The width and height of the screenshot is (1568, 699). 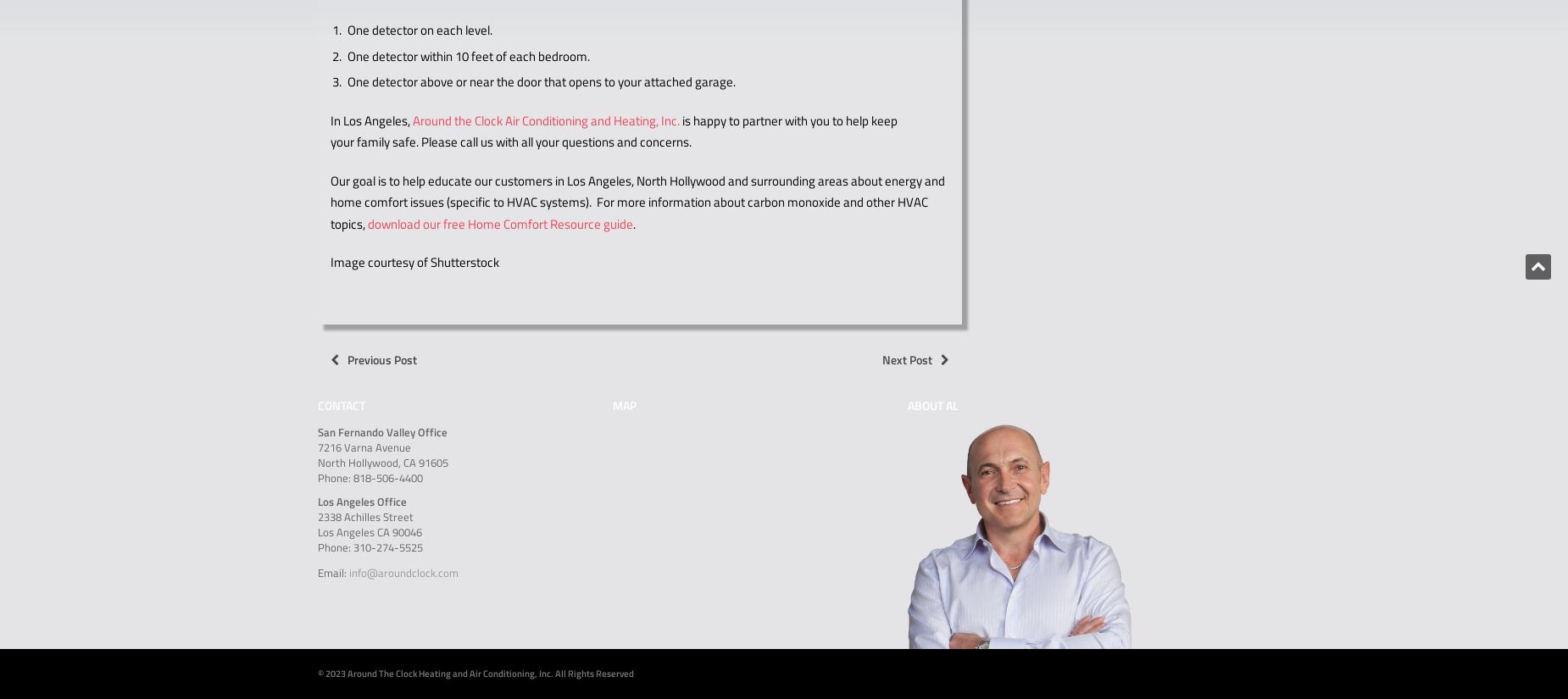 What do you see at coordinates (500, 222) in the screenshot?
I see `'download our free Home Comfort Resource guide'` at bounding box center [500, 222].